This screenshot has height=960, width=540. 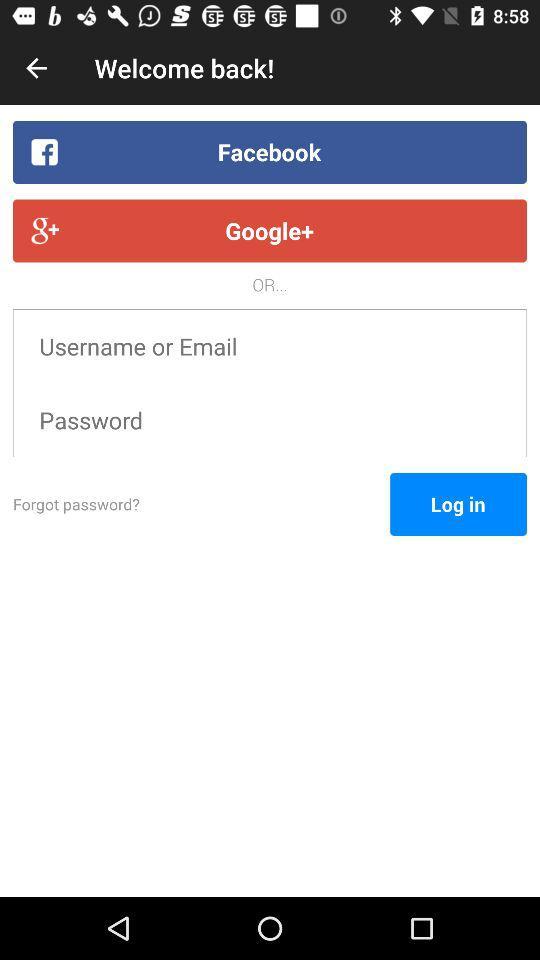 What do you see at coordinates (201, 503) in the screenshot?
I see `item to the left of the log in item` at bounding box center [201, 503].